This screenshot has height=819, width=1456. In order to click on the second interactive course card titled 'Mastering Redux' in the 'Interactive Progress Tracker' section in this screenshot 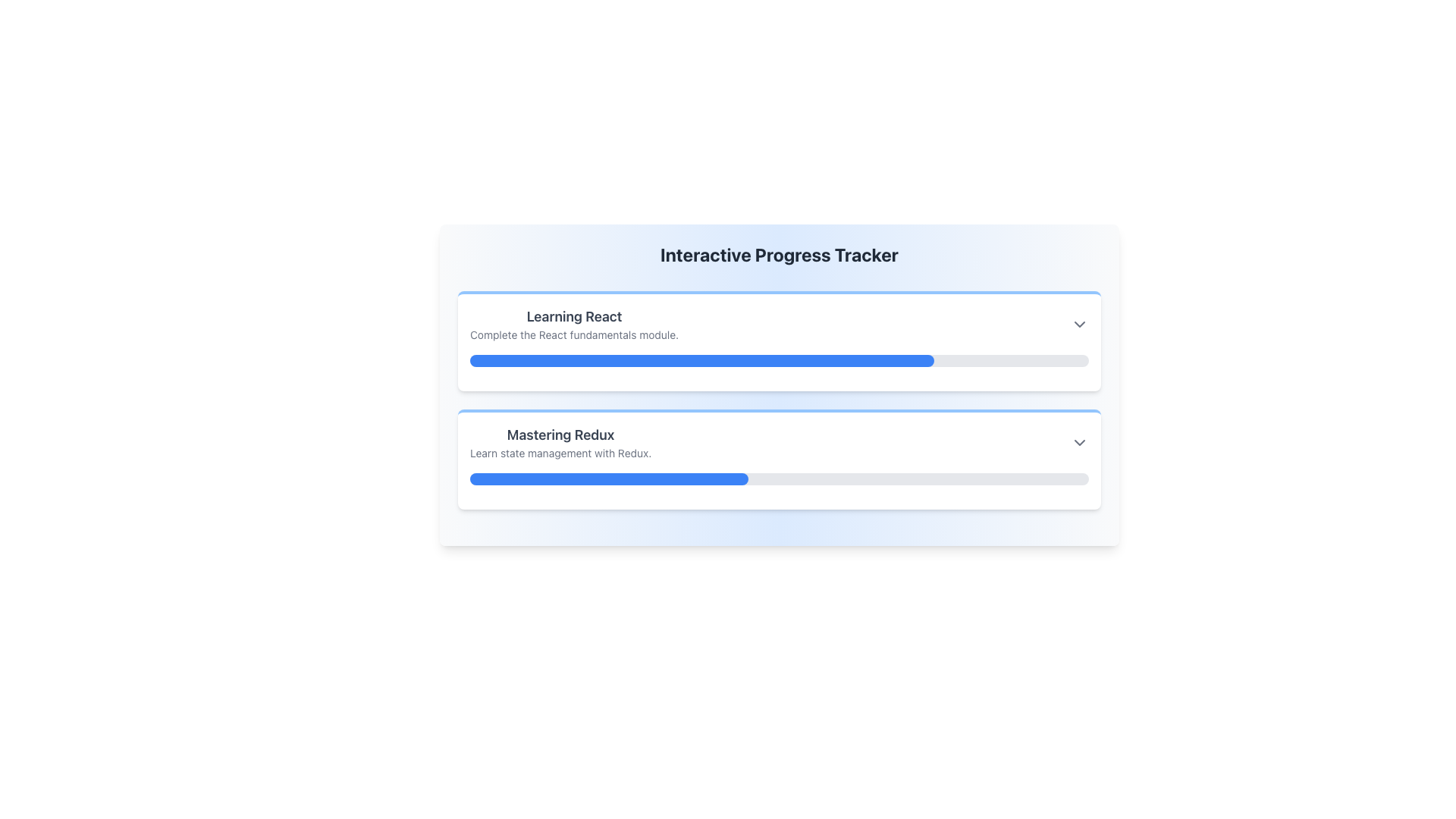, I will do `click(779, 442)`.